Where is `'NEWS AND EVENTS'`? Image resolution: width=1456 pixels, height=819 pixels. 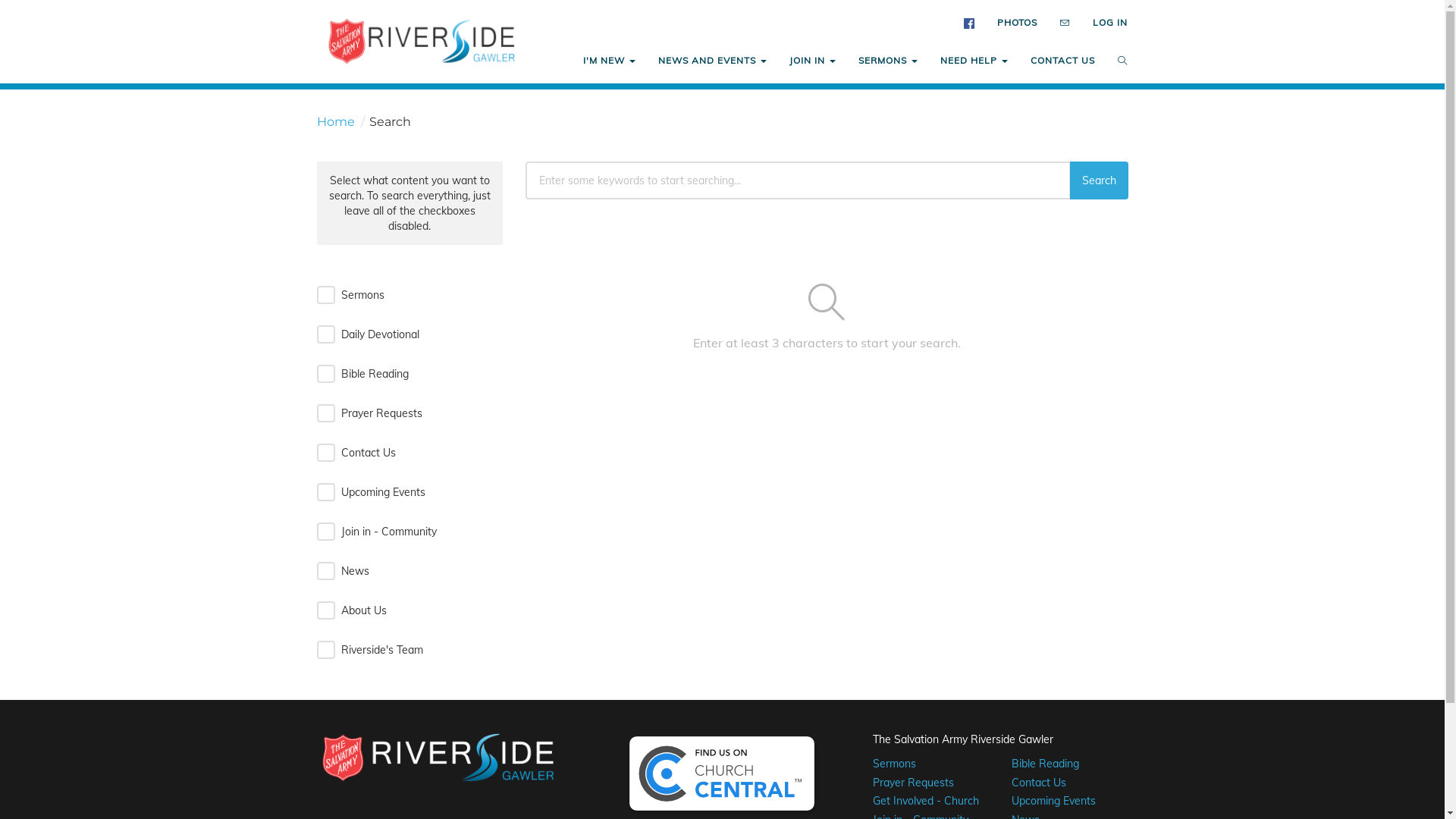 'NEWS AND EVENTS' is located at coordinates (647, 60).